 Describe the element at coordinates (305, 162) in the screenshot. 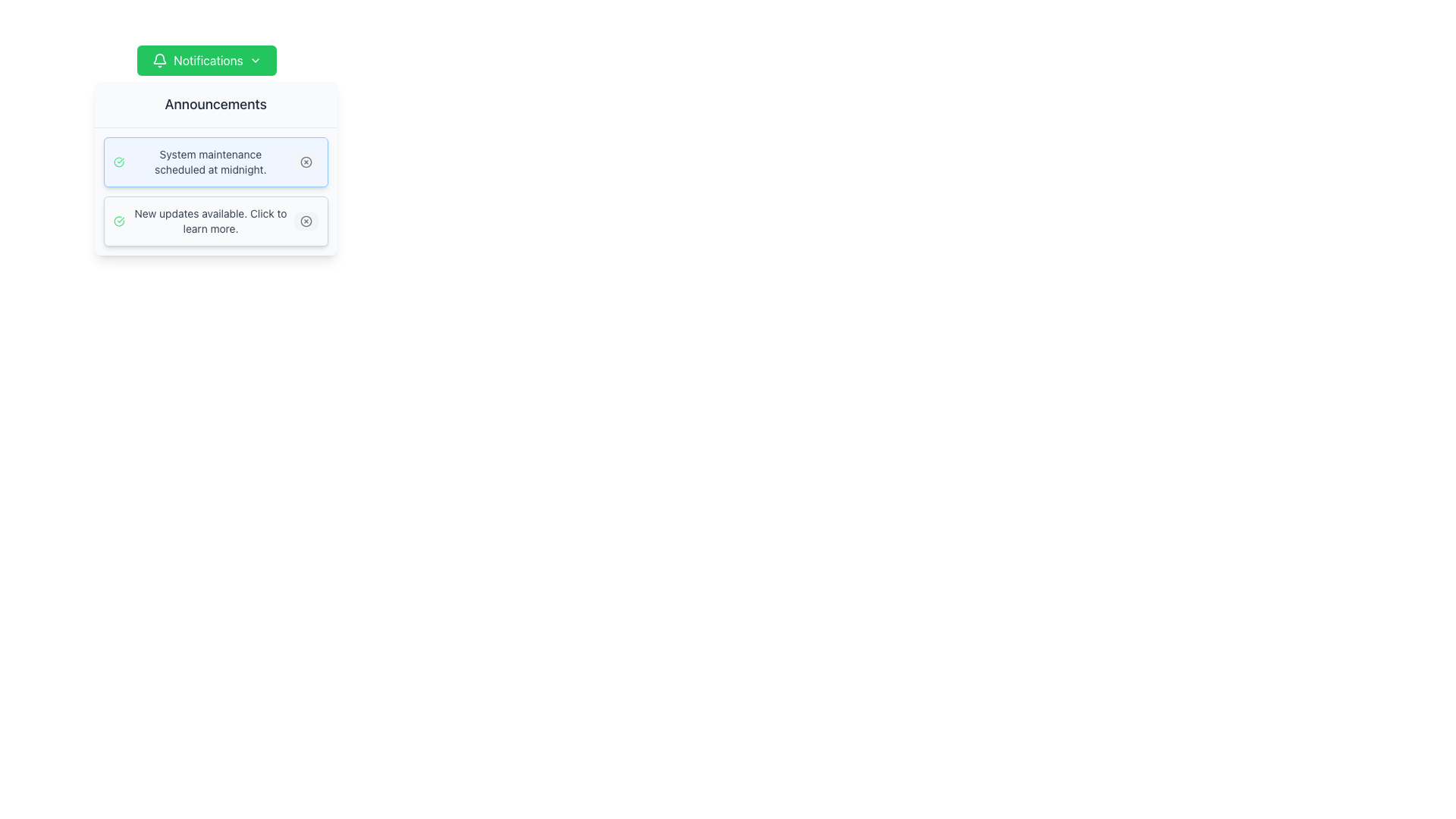

I see `the Close icon located on the right-hand side of the notification line reading 'System maintenance scheduled at midnight.'` at that location.